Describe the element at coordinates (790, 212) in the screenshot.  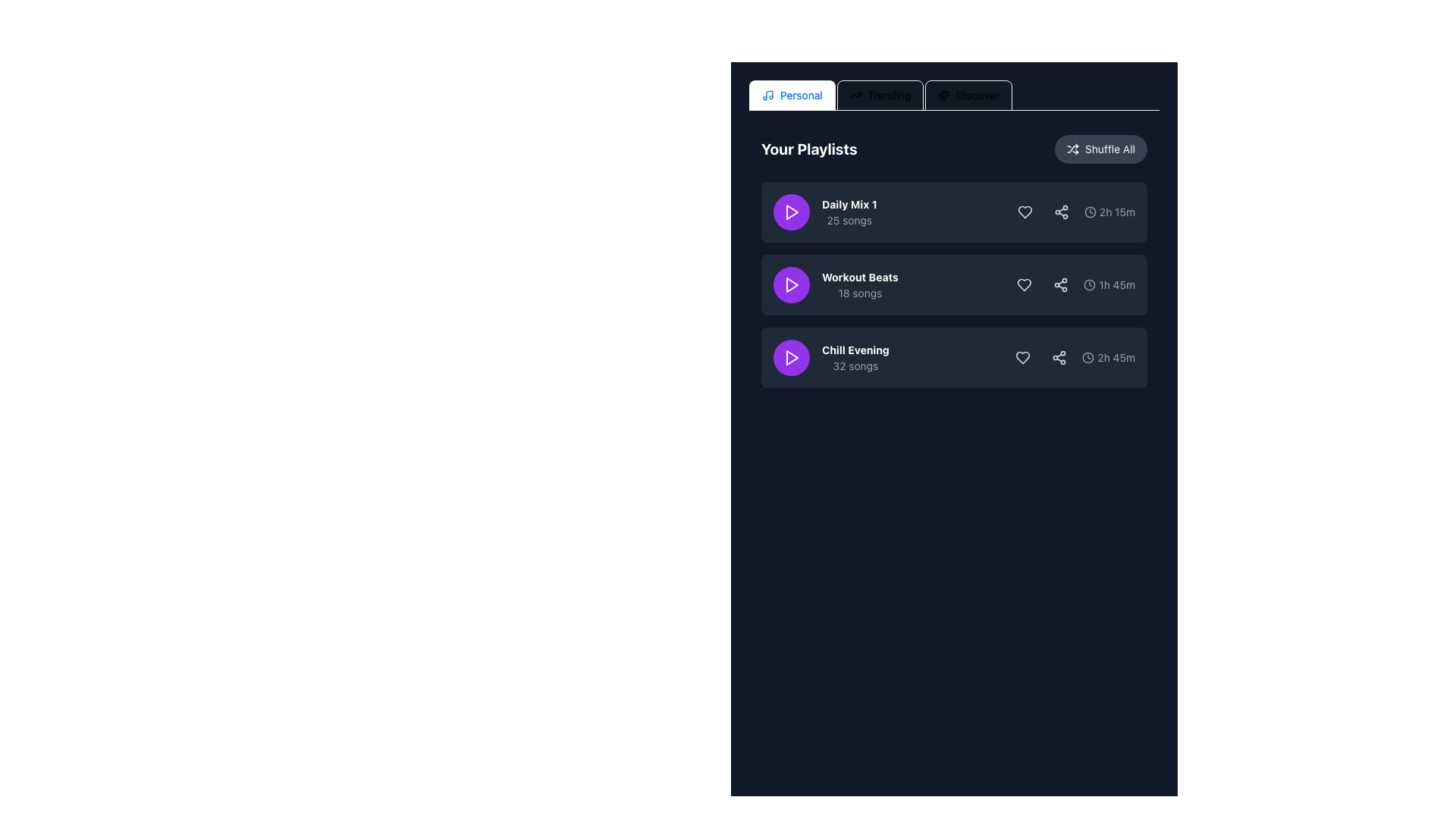
I see `the play icon inside the circular purple button` at that location.